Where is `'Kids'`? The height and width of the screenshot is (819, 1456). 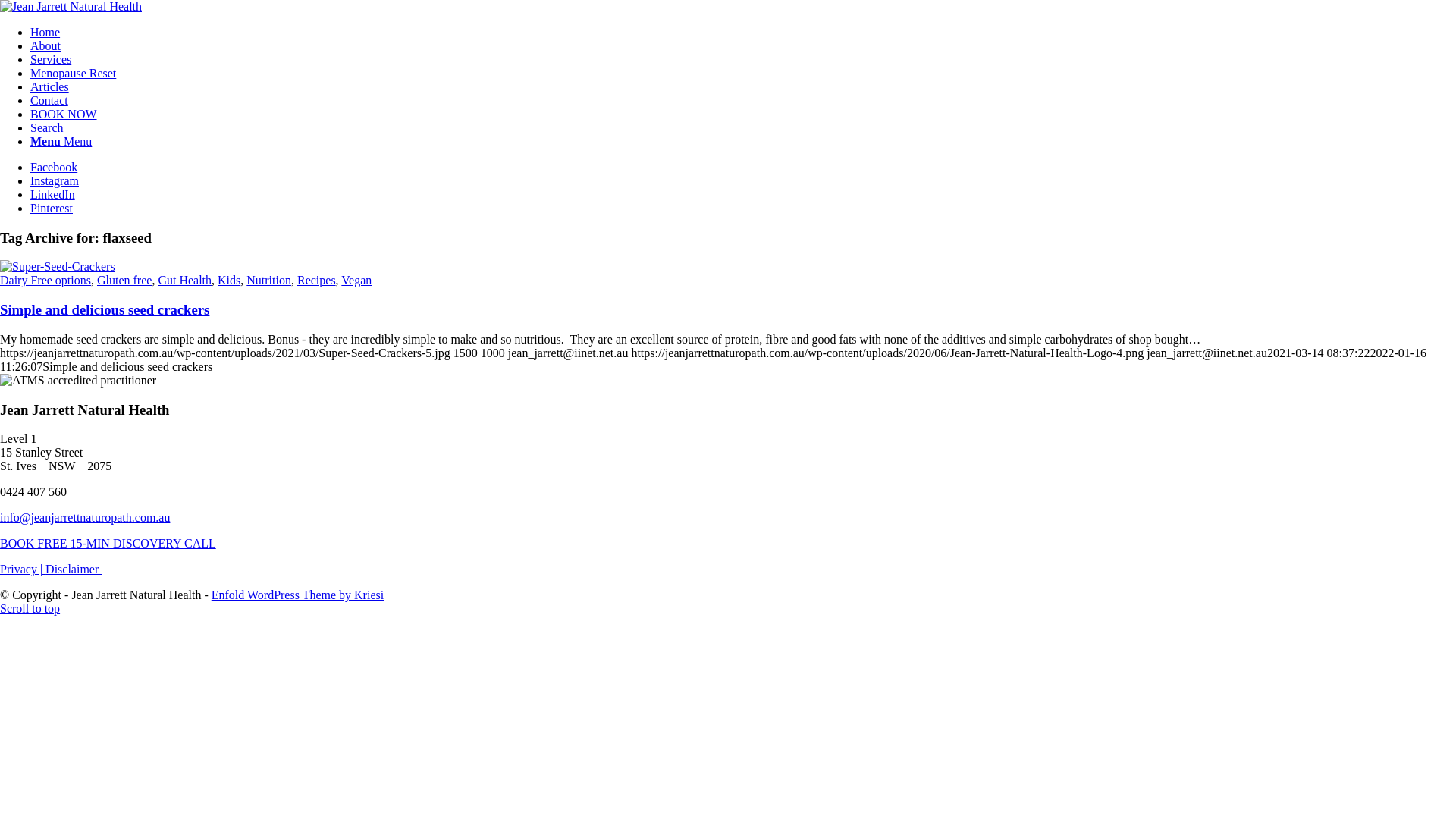 'Kids' is located at coordinates (228, 280).